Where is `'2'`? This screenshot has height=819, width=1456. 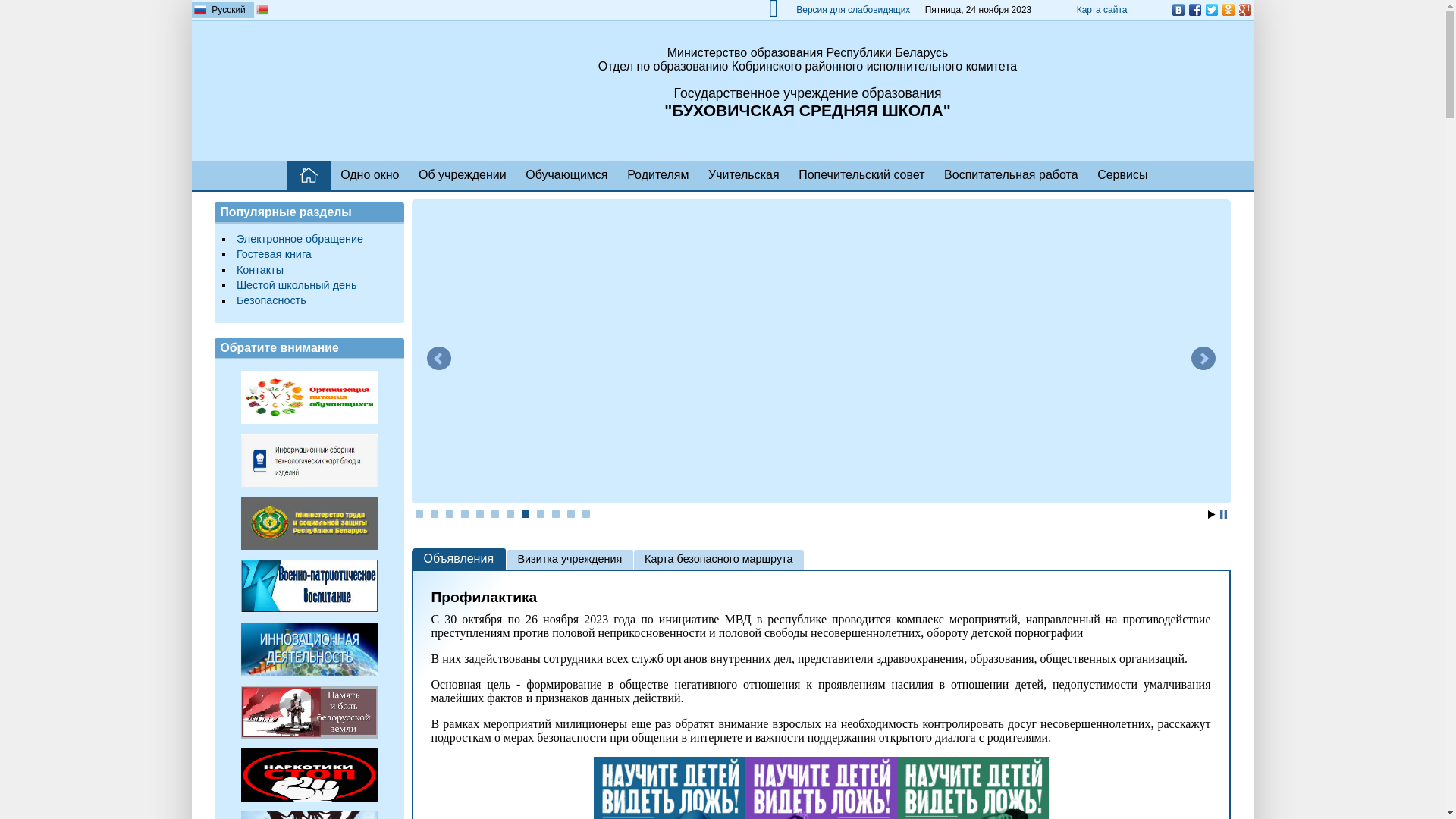 '2' is located at coordinates (429, 513).